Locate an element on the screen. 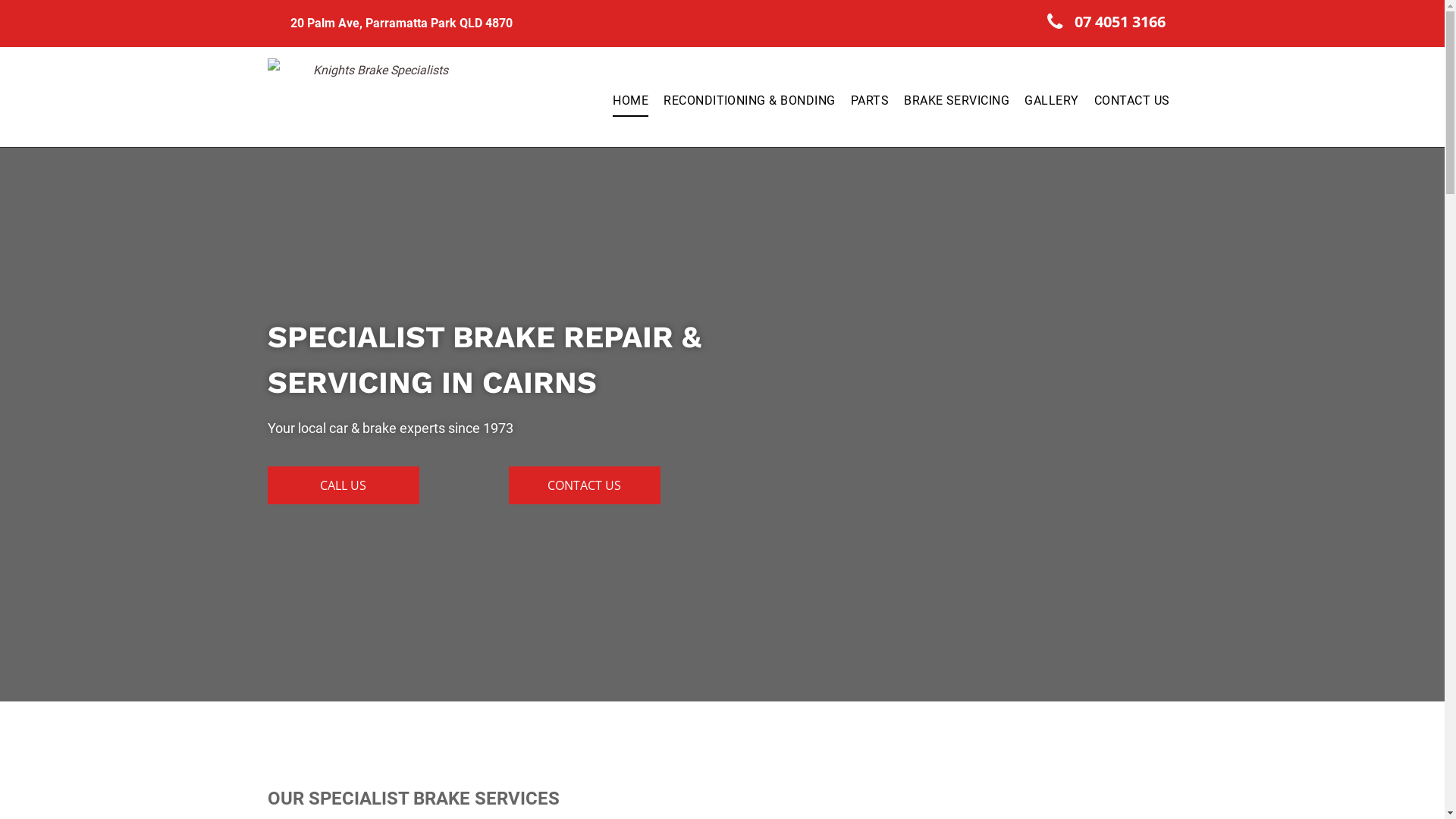 The width and height of the screenshot is (1456, 819). 'HOME' is located at coordinates (630, 100).